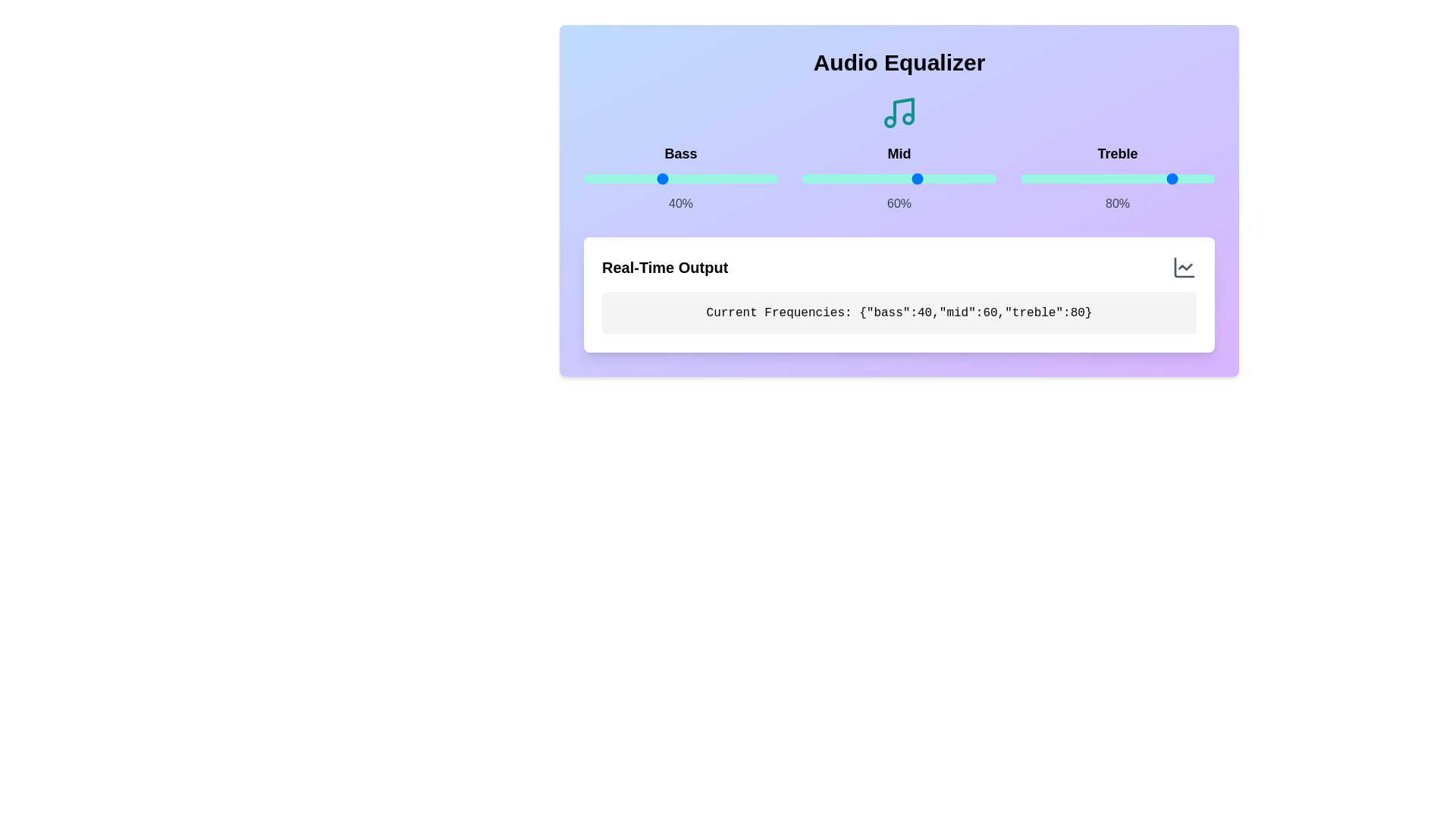 The image size is (1456, 819). Describe the element at coordinates (813, 177) in the screenshot. I see `the 'Mid' frequency level` at that location.